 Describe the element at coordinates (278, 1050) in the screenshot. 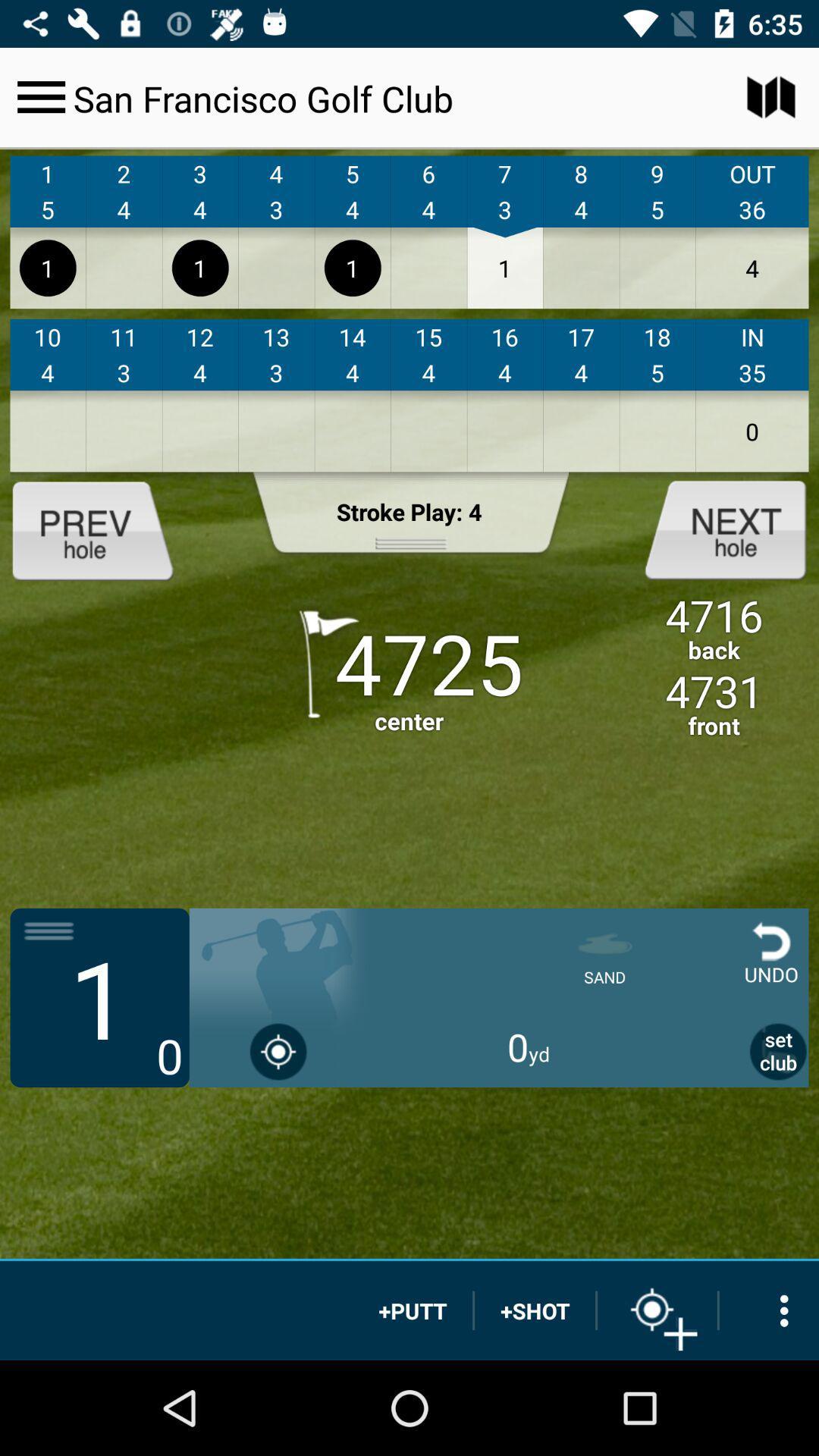

I see `use your location` at that location.